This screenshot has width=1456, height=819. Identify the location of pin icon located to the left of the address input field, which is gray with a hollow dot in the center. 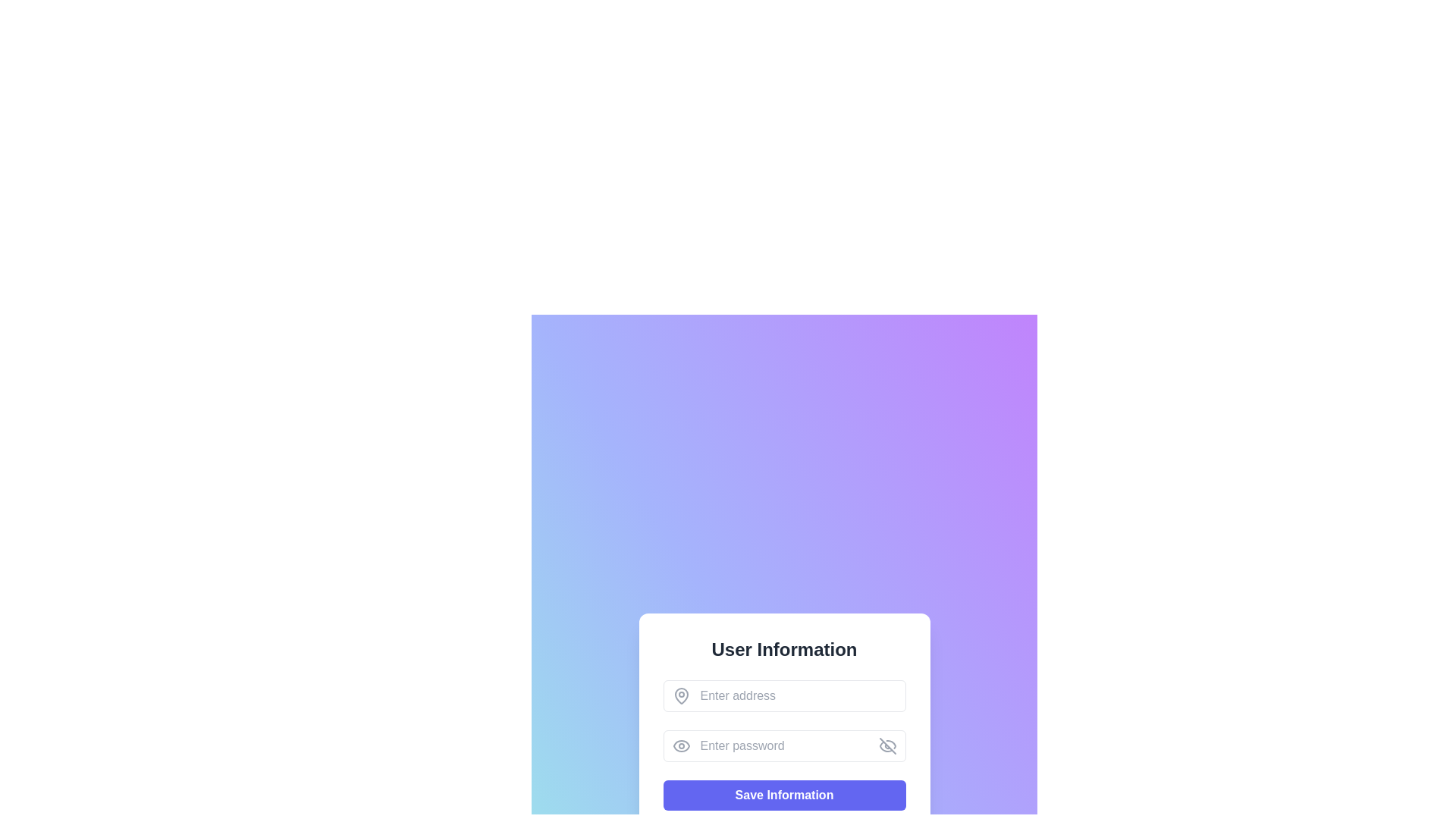
(680, 696).